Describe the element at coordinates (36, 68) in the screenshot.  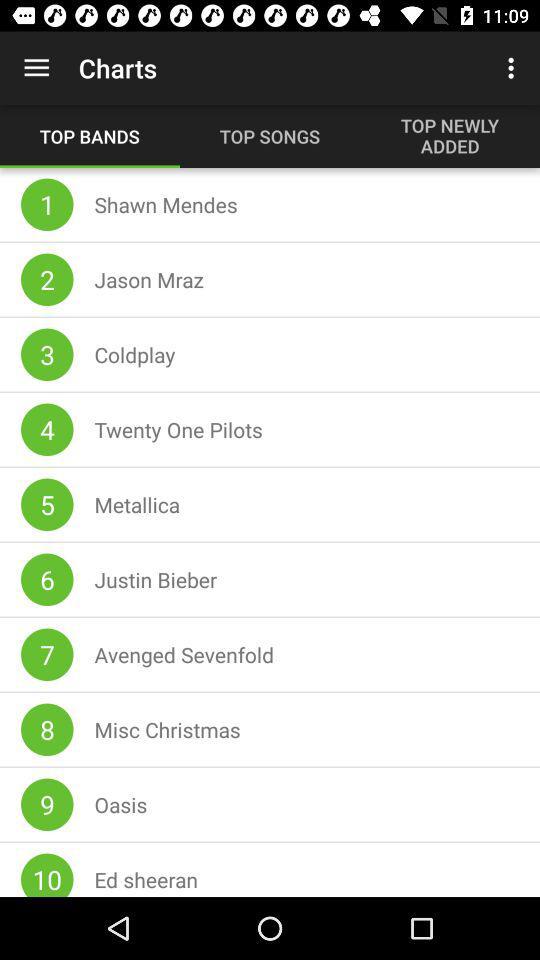
I see `item above top bands item` at that location.